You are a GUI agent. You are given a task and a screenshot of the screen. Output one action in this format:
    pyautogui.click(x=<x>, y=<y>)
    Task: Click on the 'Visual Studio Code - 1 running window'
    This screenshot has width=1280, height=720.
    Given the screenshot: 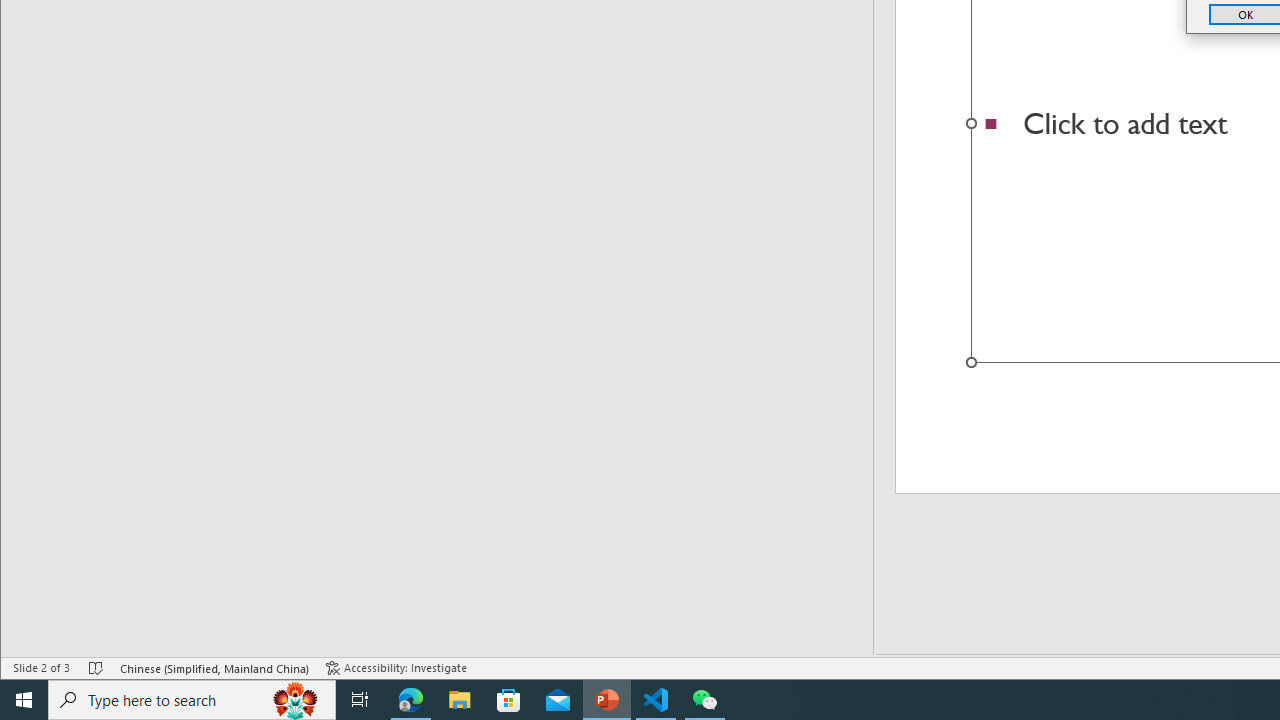 What is the action you would take?
    pyautogui.click(x=656, y=698)
    